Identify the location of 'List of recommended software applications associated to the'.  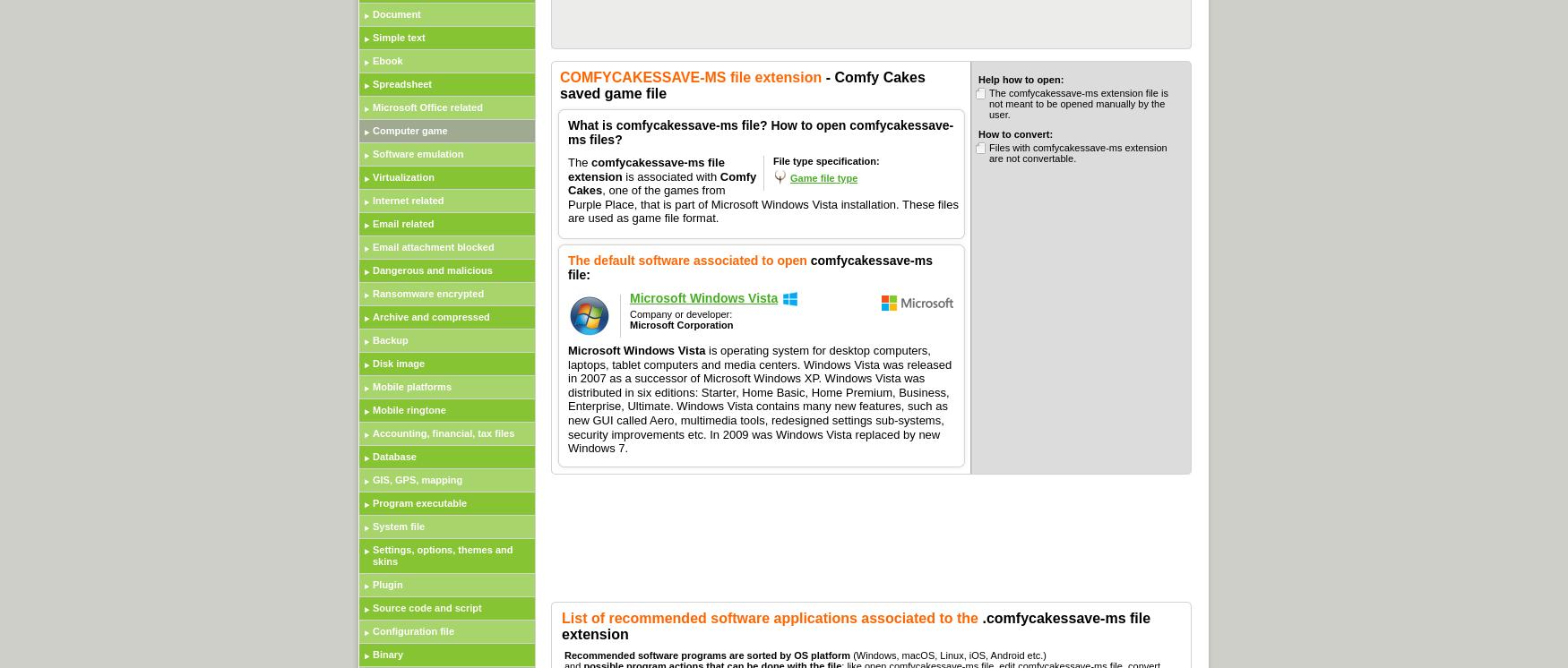
(771, 617).